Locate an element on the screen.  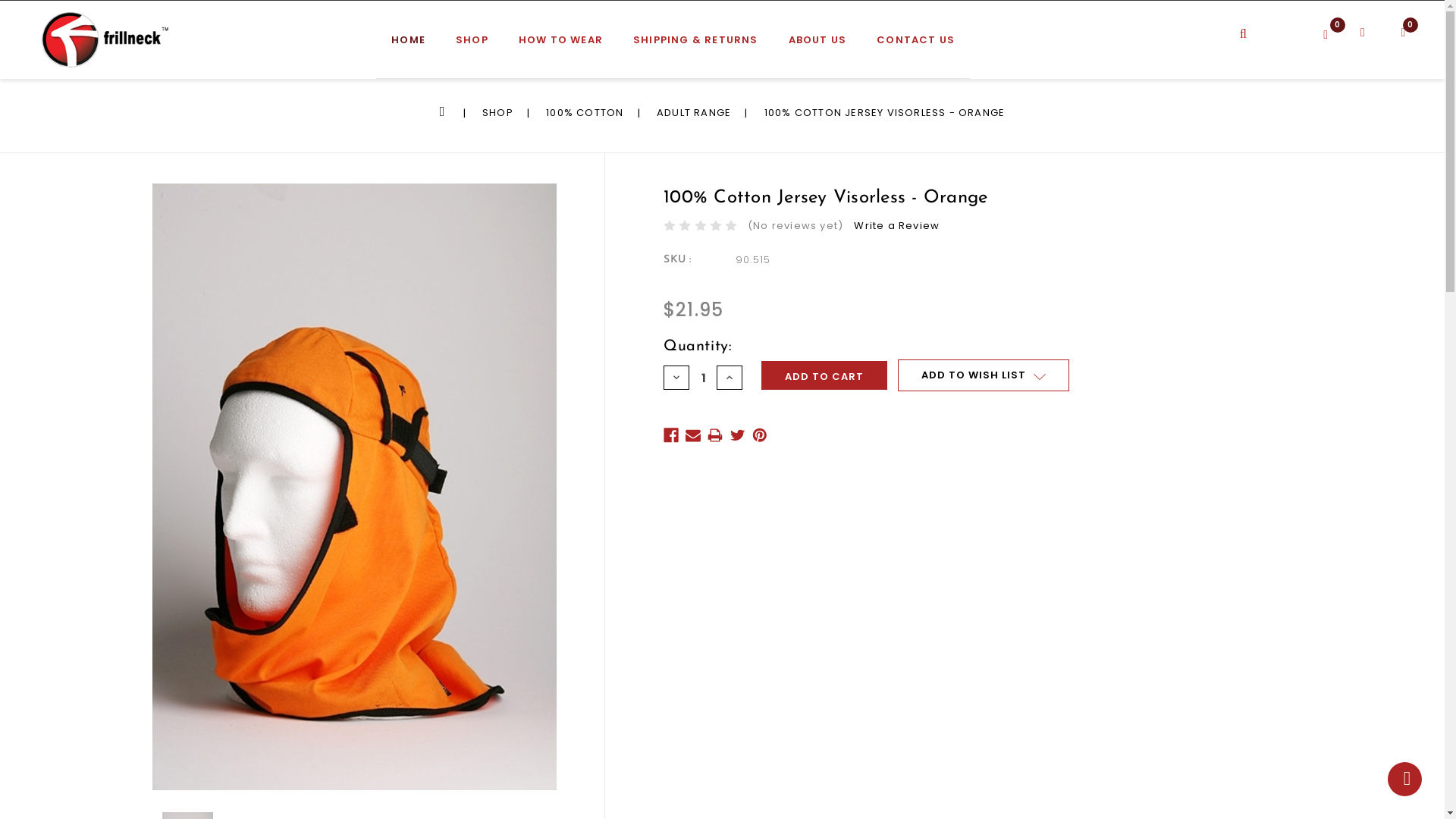
'CONTACT US' is located at coordinates (915, 45).